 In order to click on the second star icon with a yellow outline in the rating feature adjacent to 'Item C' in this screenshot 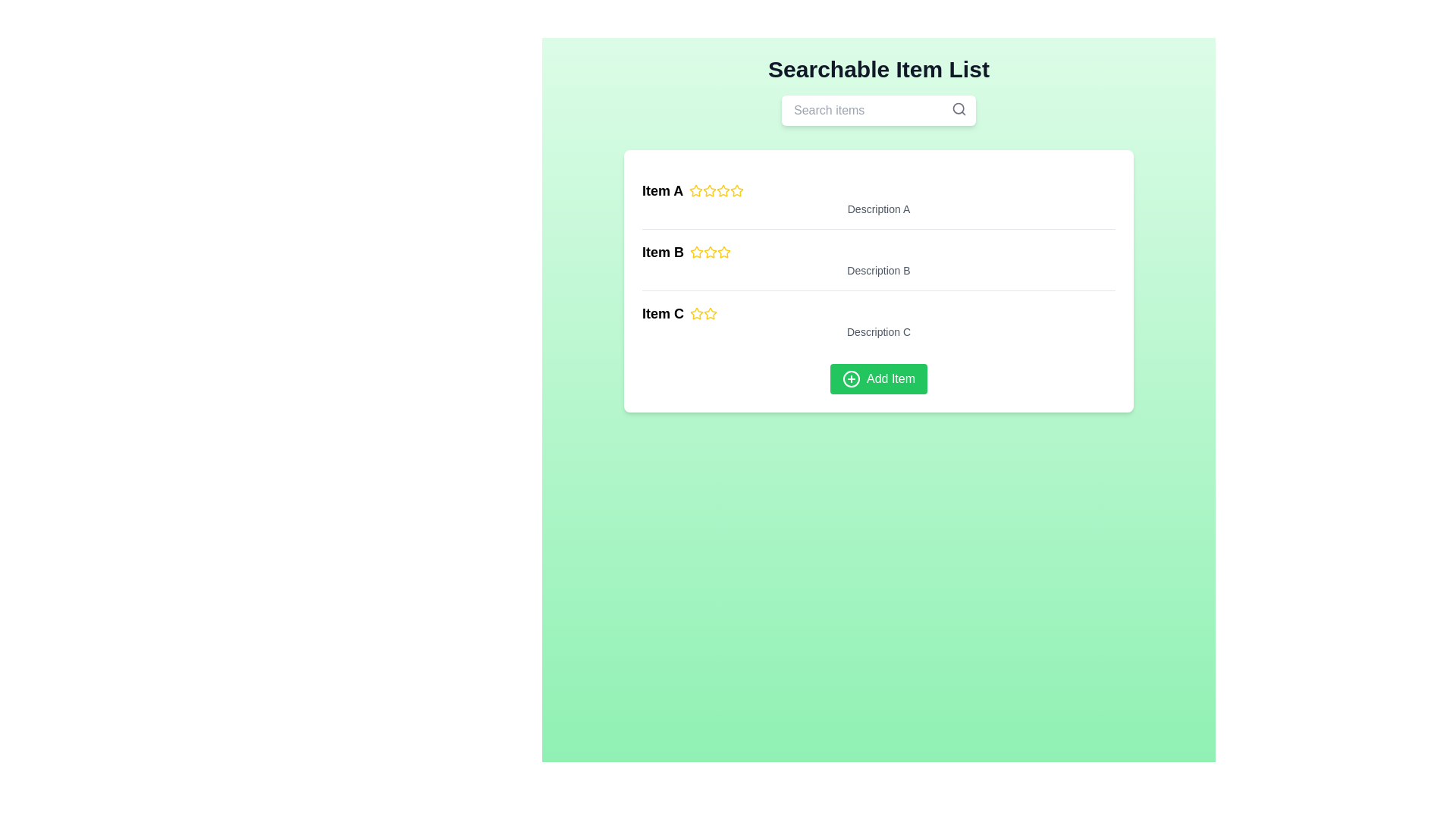, I will do `click(709, 312)`.